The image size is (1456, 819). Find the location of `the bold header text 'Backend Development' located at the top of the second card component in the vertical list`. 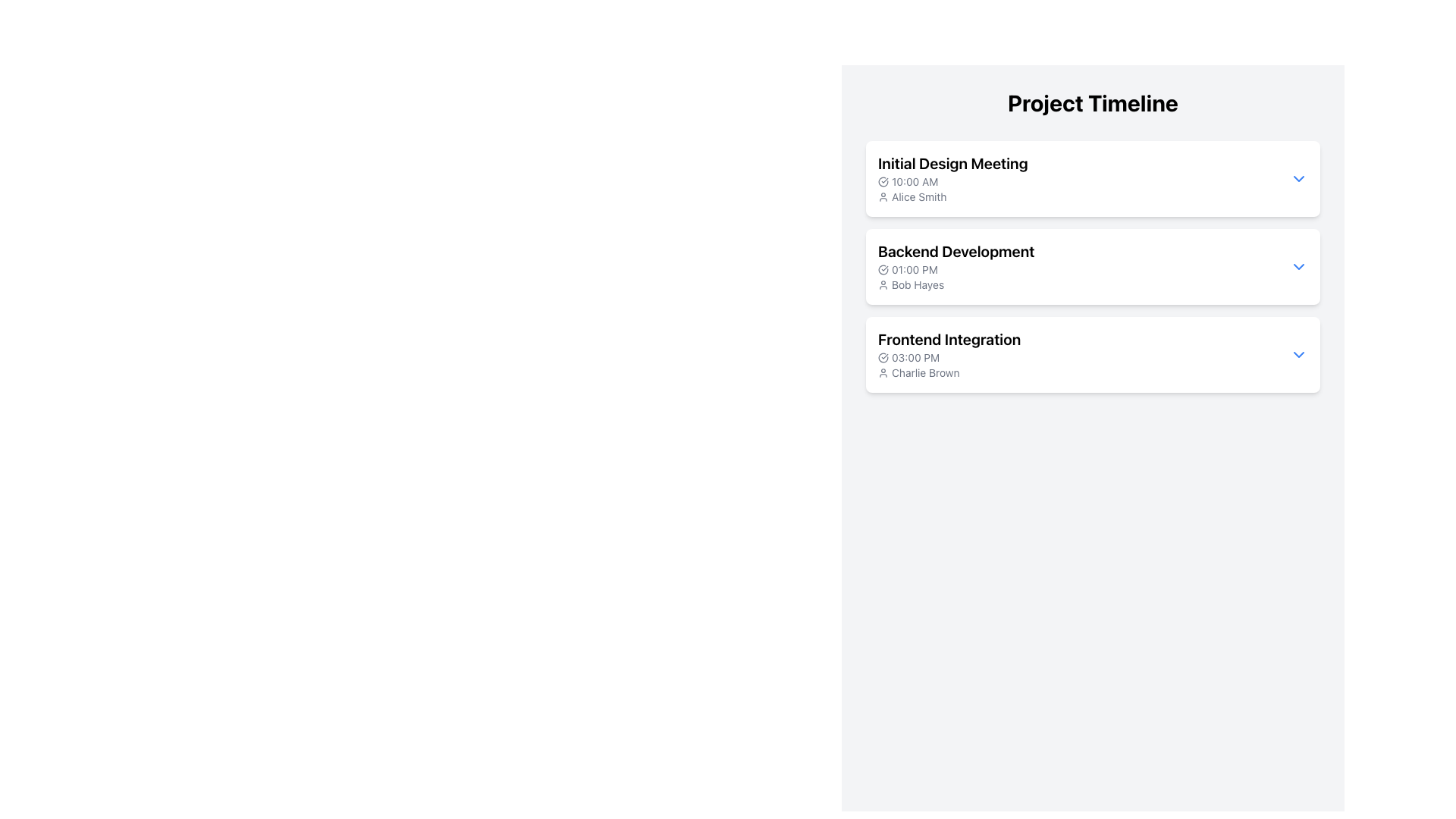

the bold header text 'Backend Development' located at the top of the second card component in the vertical list is located at coordinates (955, 250).